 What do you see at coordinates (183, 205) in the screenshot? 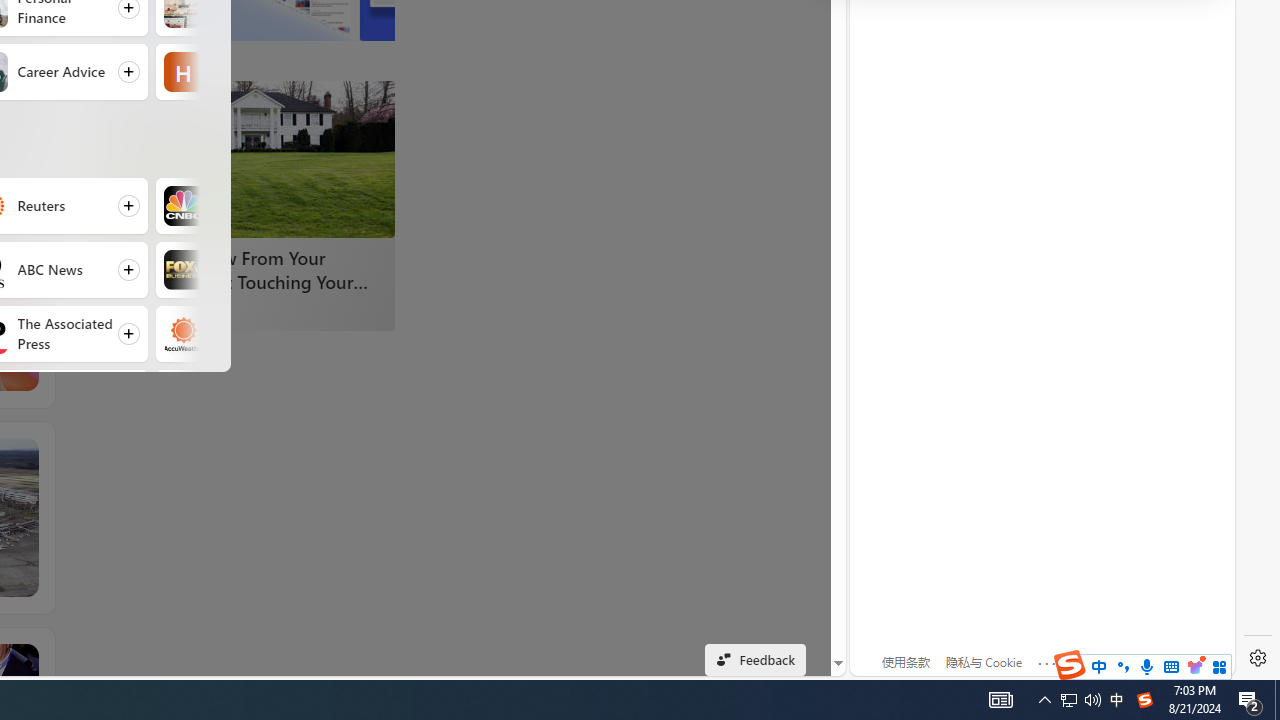
I see `'CNBC'` at bounding box center [183, 205].